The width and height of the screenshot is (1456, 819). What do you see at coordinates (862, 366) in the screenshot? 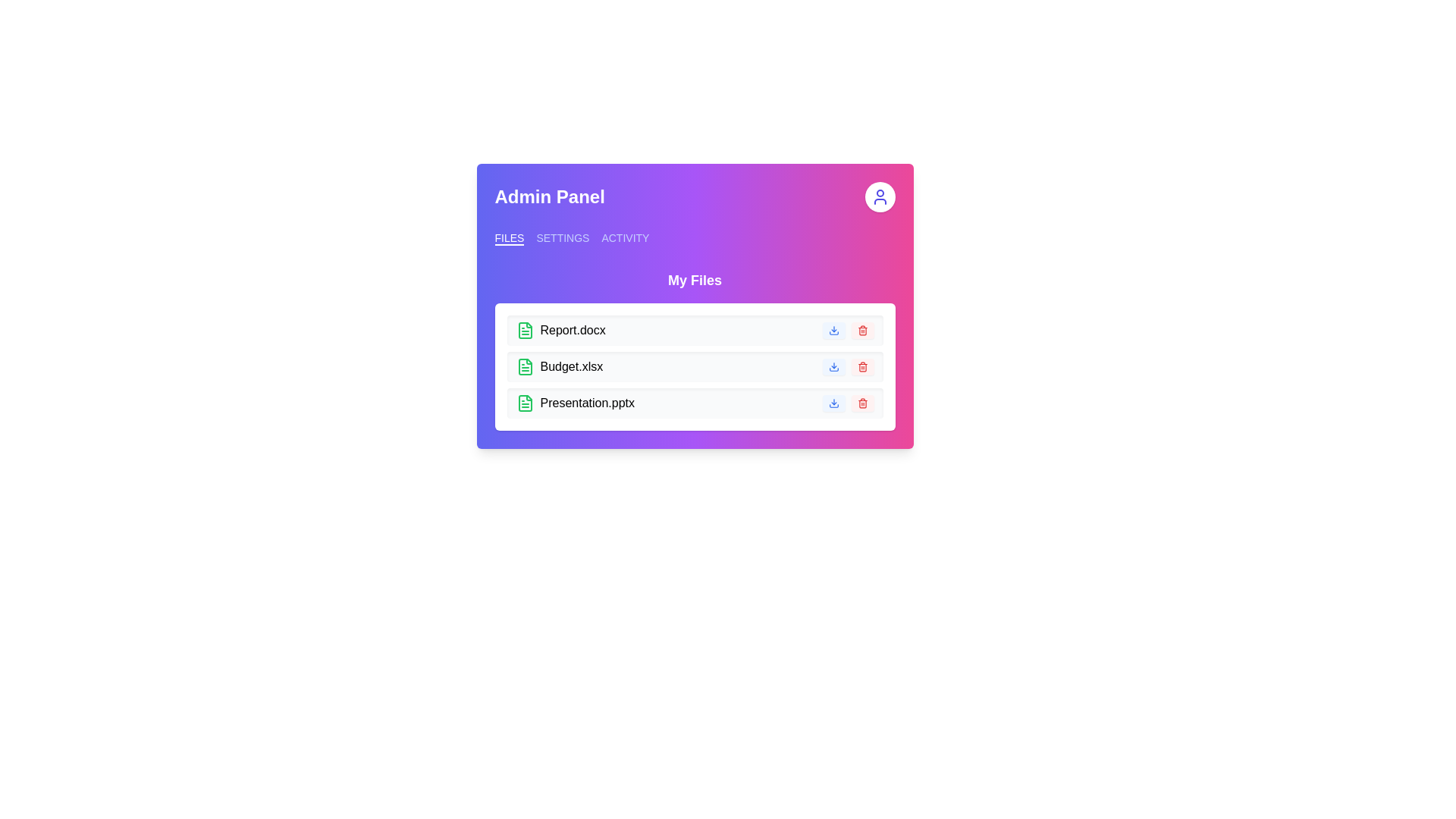
I see `the trash icon located within the red delete button next to the 'Budget.xlsx' file in the 'My Files' section of the 'Admin Panel'` at bounding box center [862, 366].